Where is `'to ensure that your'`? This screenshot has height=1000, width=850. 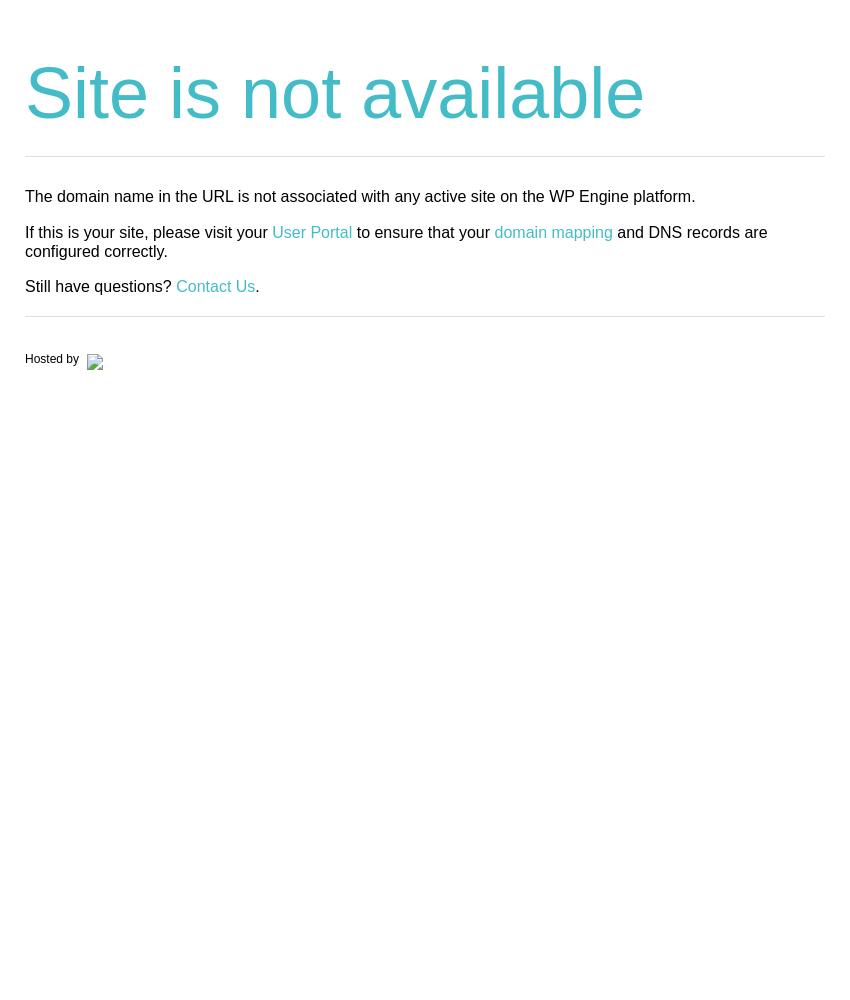 'to ensure that your' is located at coordinates (350, 230).